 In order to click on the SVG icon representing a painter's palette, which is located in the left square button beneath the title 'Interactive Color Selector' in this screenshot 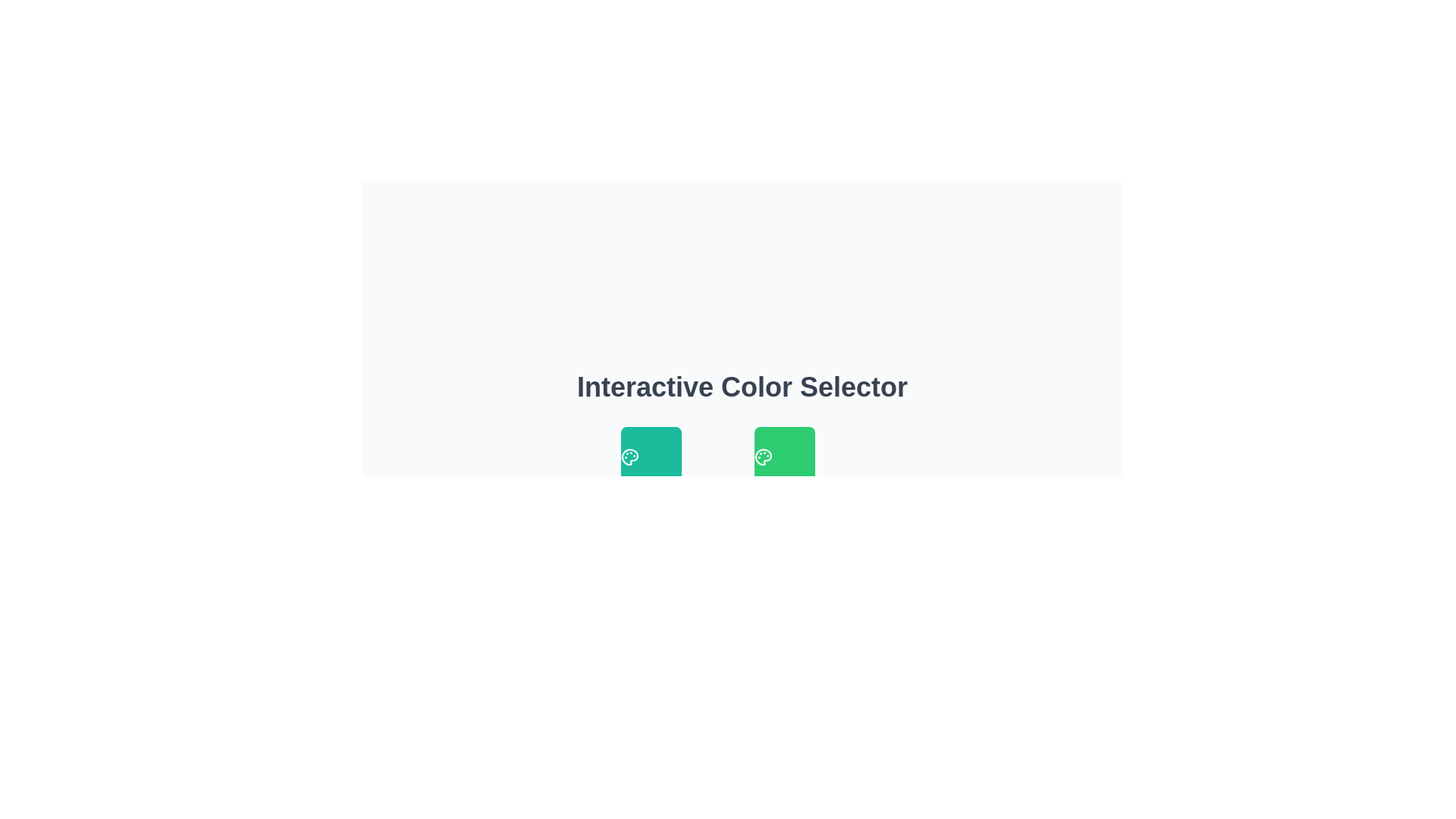, I will do `click(629, 456)`.